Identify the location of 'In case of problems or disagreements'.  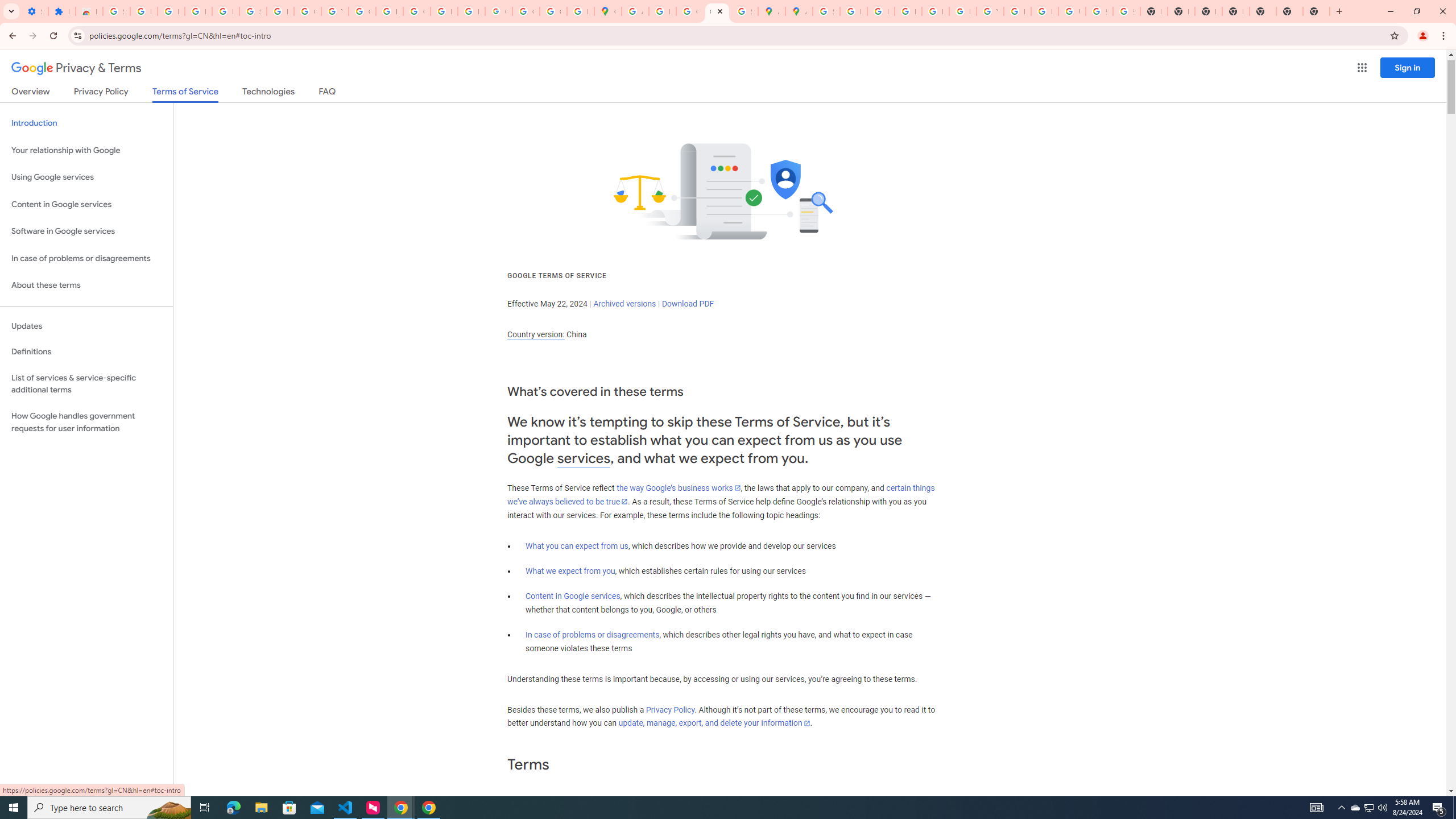
(591, 634).